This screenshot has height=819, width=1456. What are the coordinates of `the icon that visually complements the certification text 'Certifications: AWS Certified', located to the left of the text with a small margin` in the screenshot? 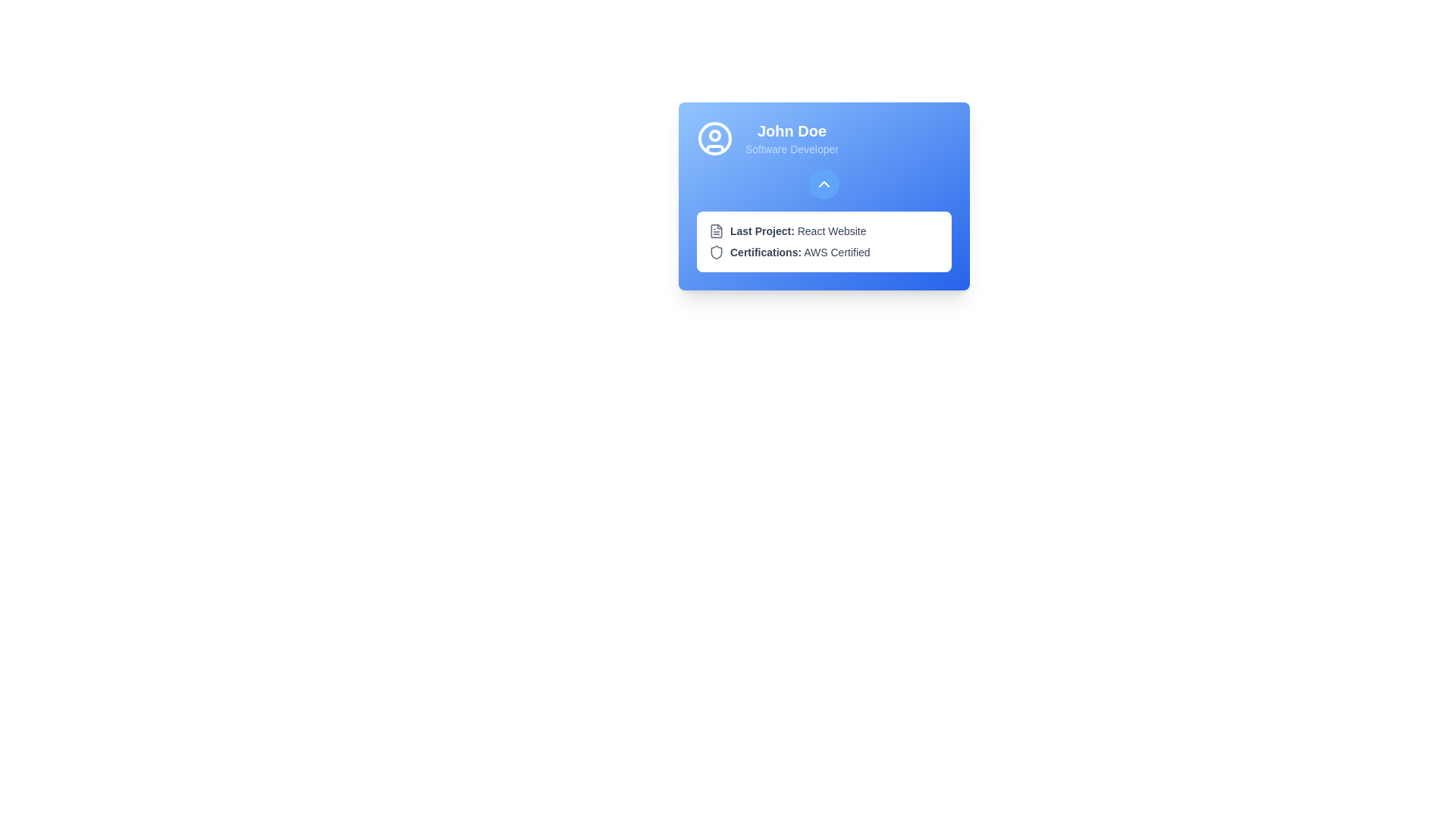 It's located at (716, 251).